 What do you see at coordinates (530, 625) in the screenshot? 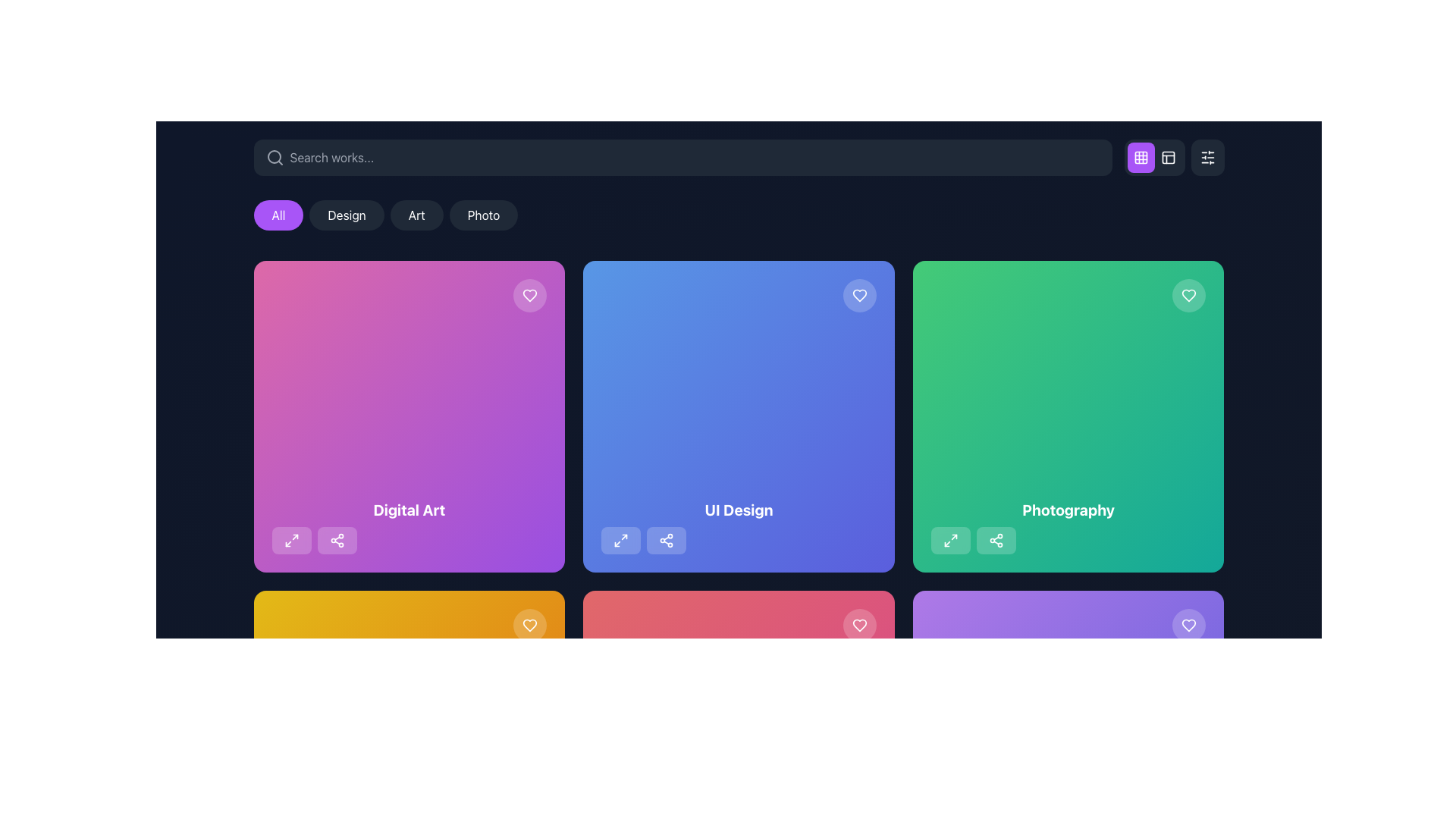
I see `the heart icon button located in the bottom-right corner of the orange card in the second row and first column of the grid layout to like the item` at bounding box center [530, 625].